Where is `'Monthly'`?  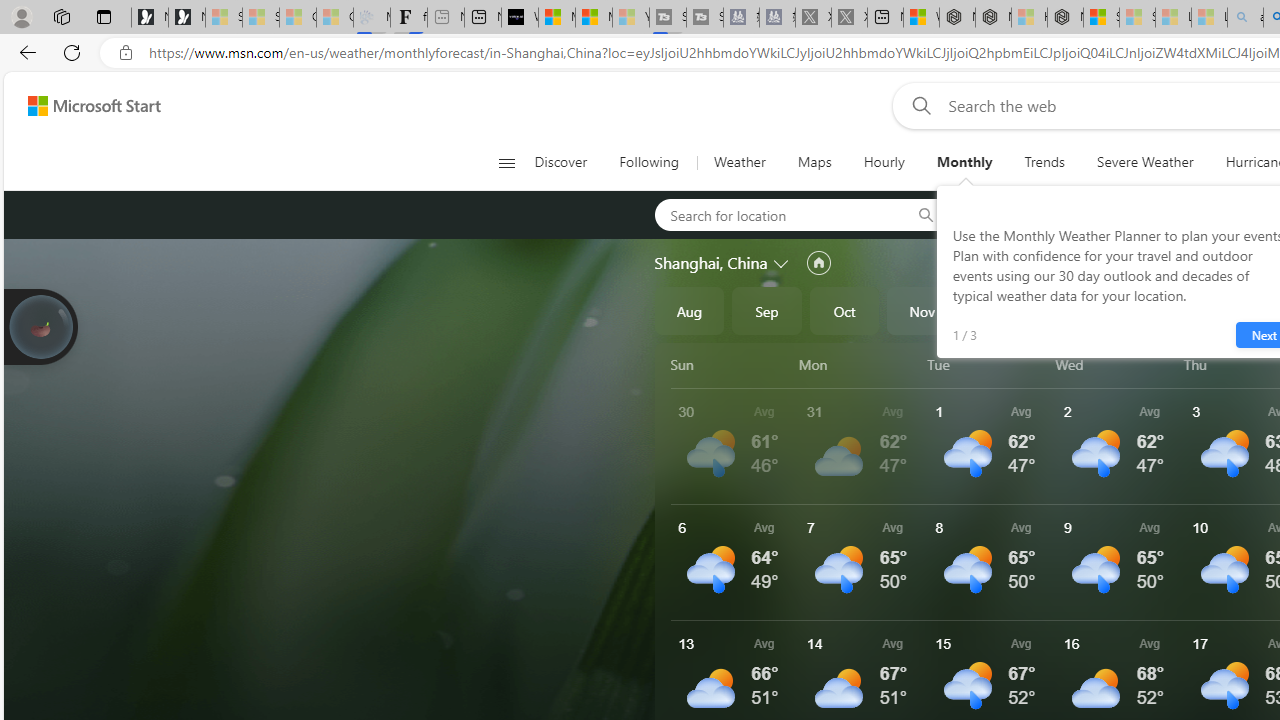
'Monthly' is located at coordinates (964, 162).